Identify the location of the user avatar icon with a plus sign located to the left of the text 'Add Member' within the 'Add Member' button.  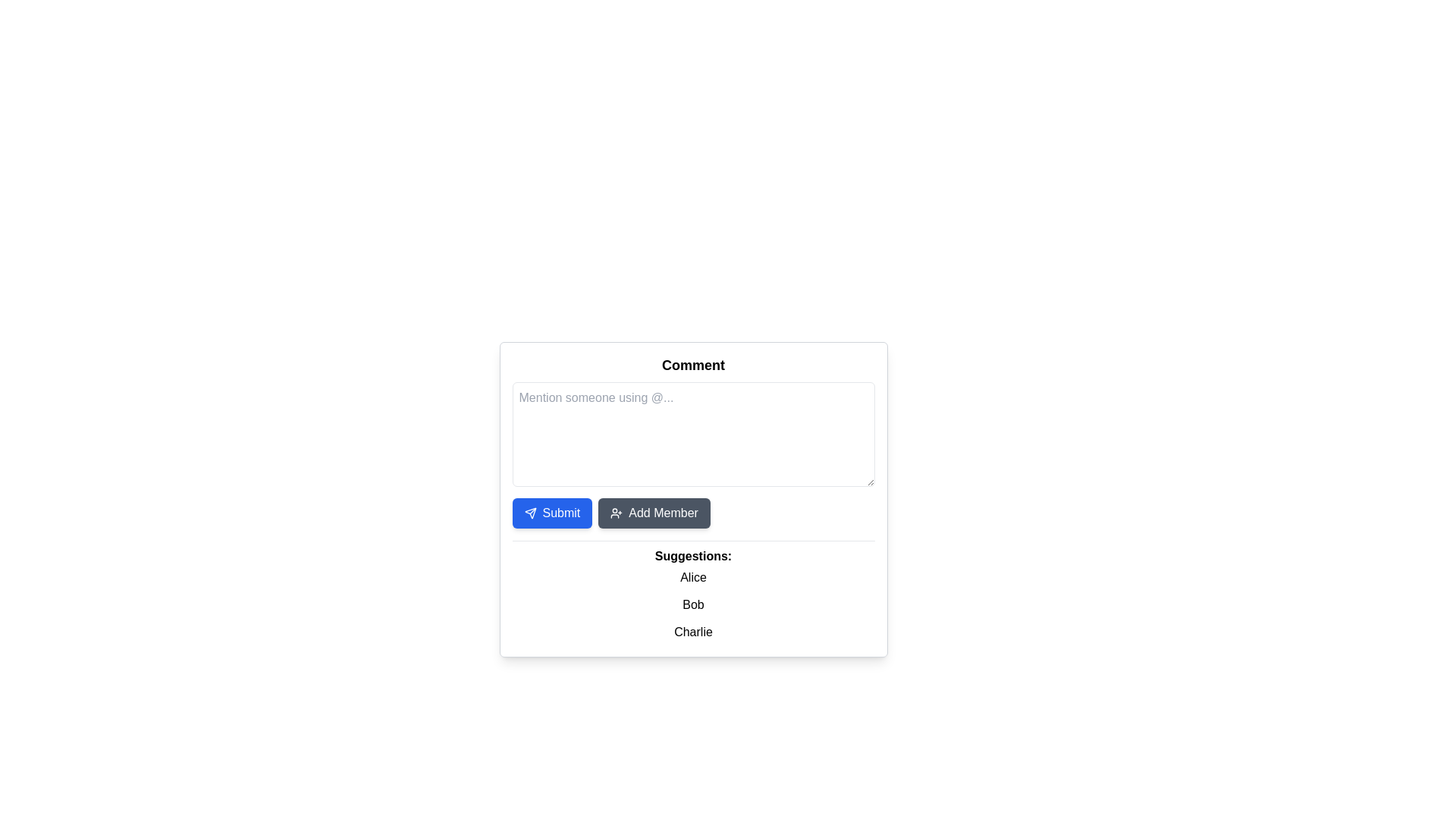
(617, 513).